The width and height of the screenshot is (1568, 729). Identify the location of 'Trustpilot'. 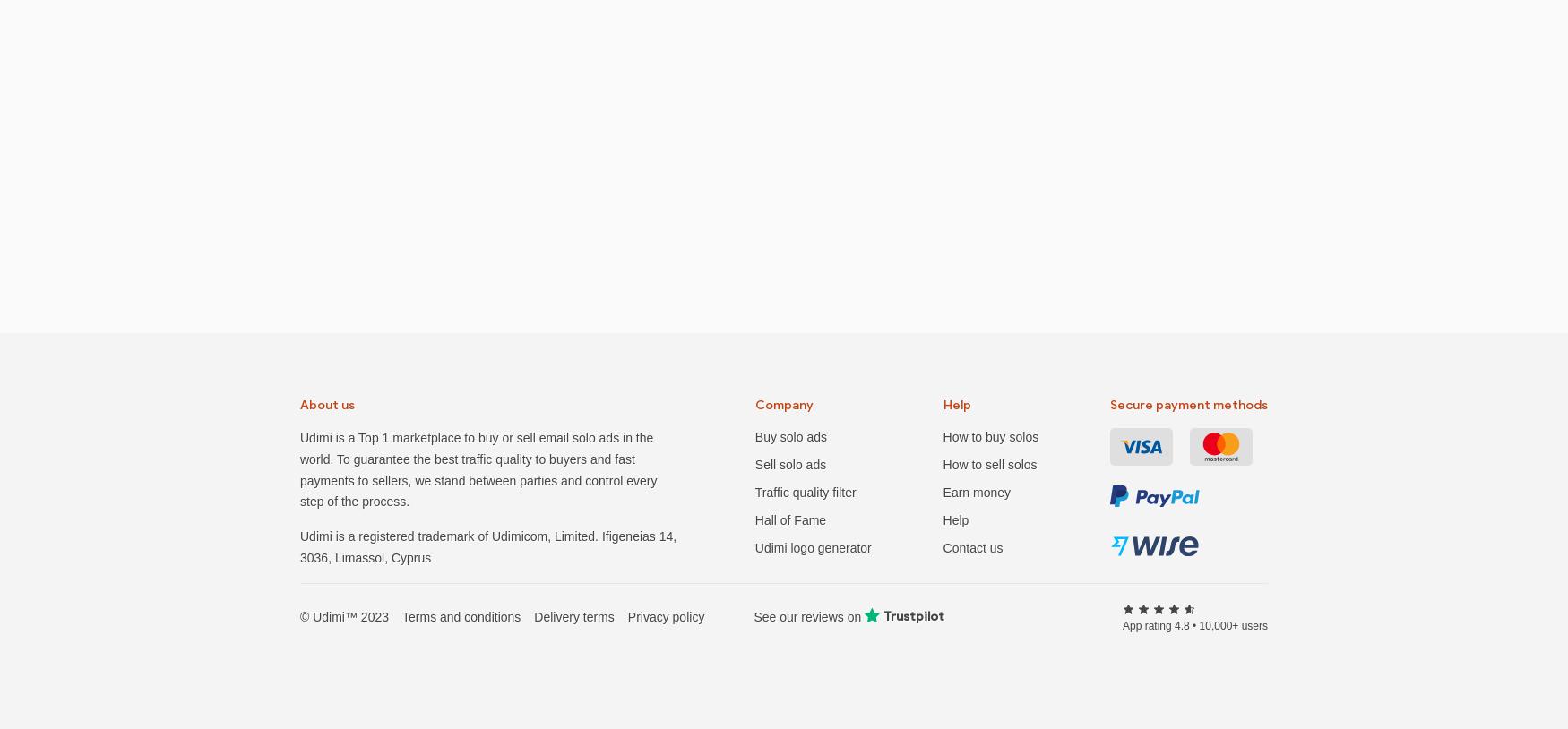
(913, 615).